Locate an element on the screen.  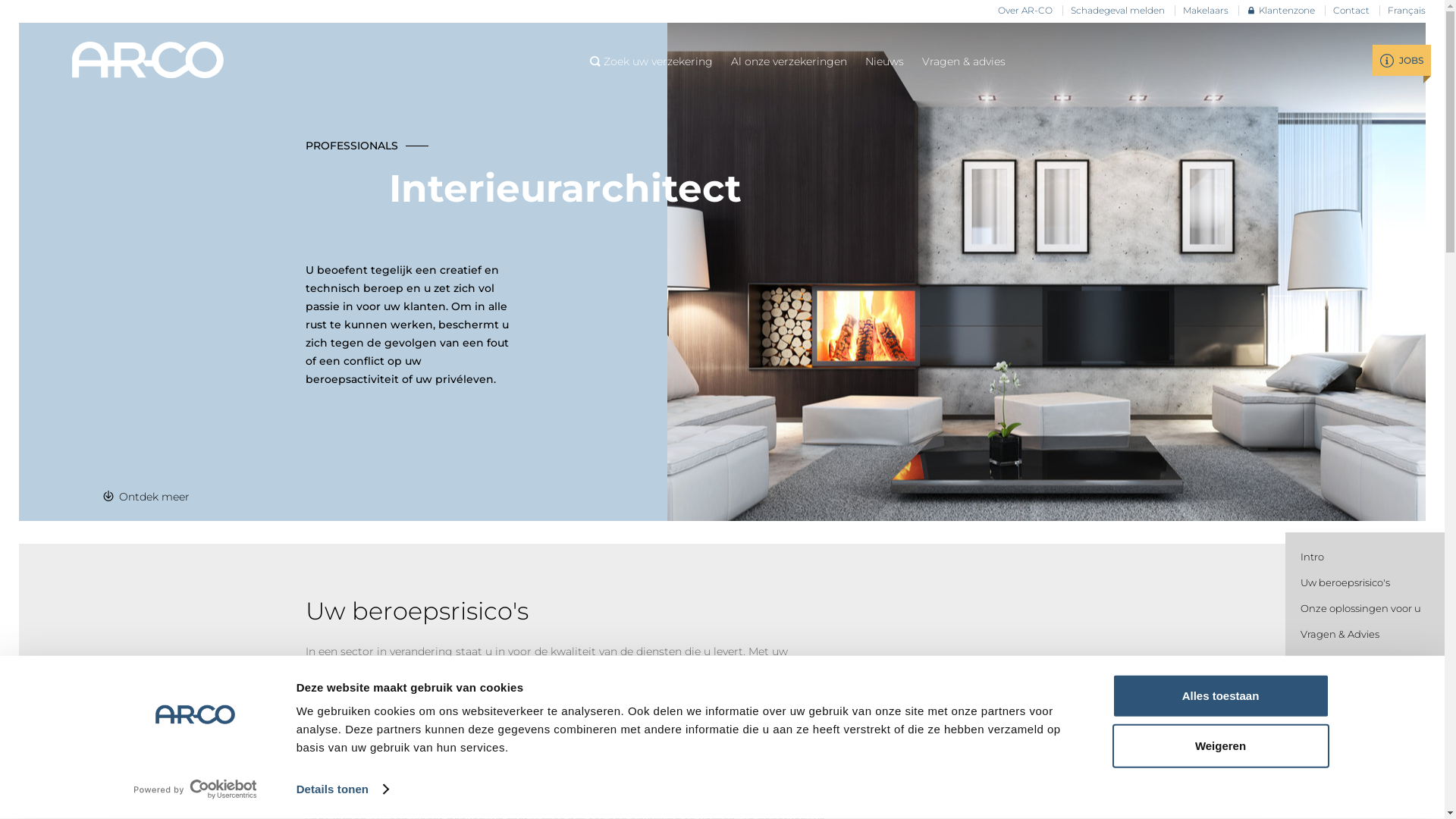
'Over AR-CO' is located at coordinates (1025, 11).